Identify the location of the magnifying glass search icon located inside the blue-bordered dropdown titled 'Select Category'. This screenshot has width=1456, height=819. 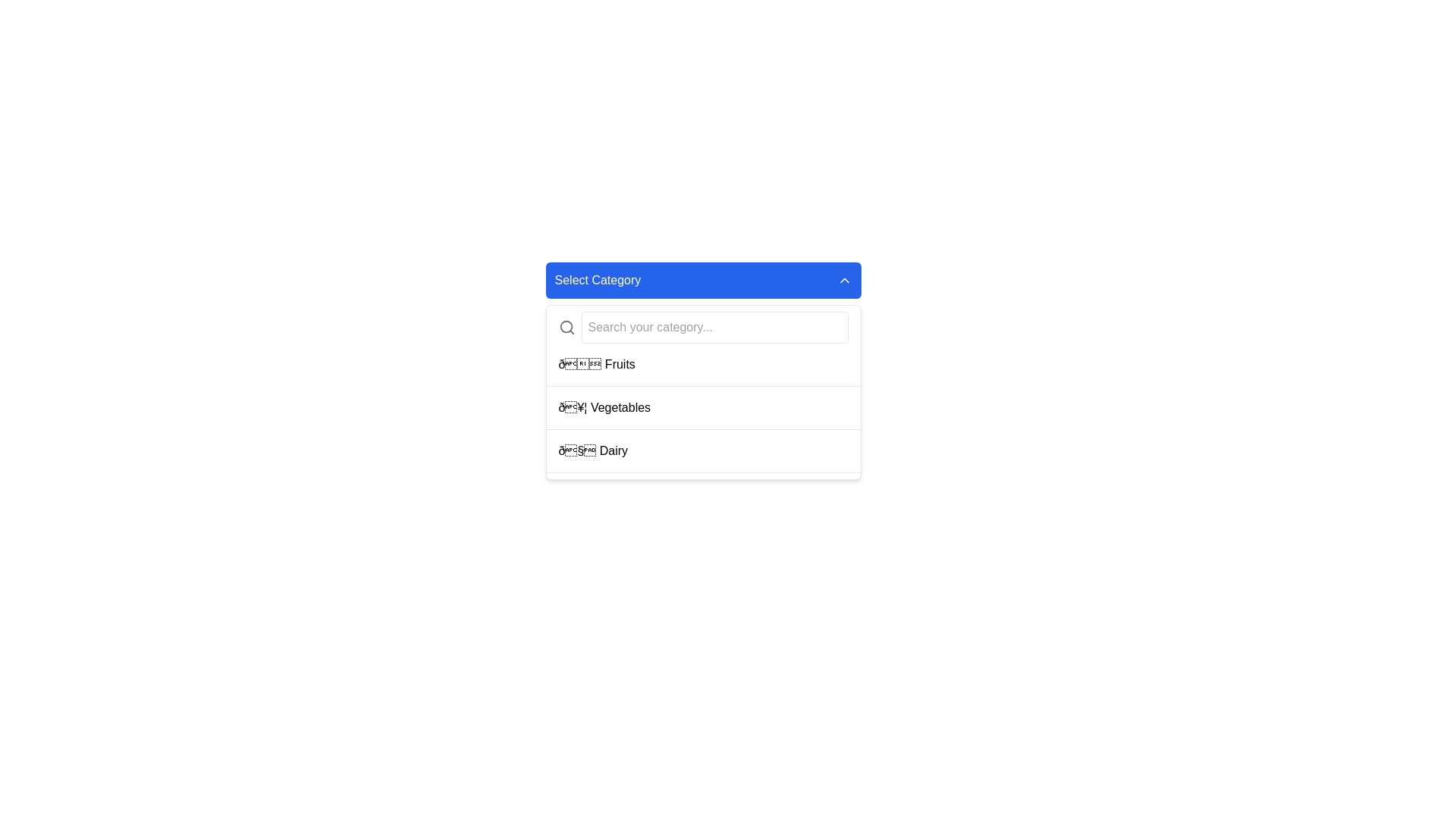
(566, 327).